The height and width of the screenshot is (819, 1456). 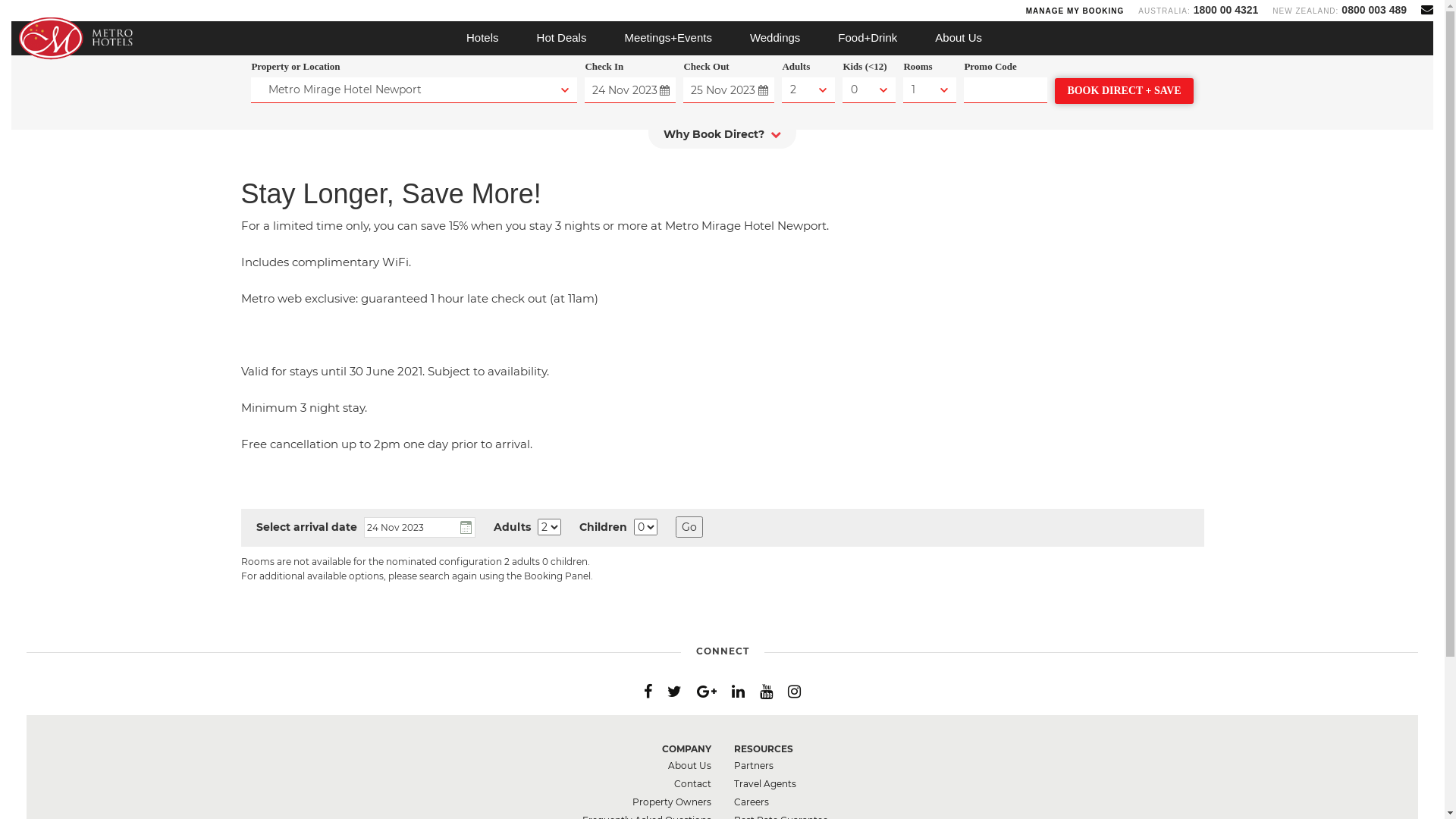 I want to click on 'MANAGE MY BOOKING', so click(x=1074, y=11).